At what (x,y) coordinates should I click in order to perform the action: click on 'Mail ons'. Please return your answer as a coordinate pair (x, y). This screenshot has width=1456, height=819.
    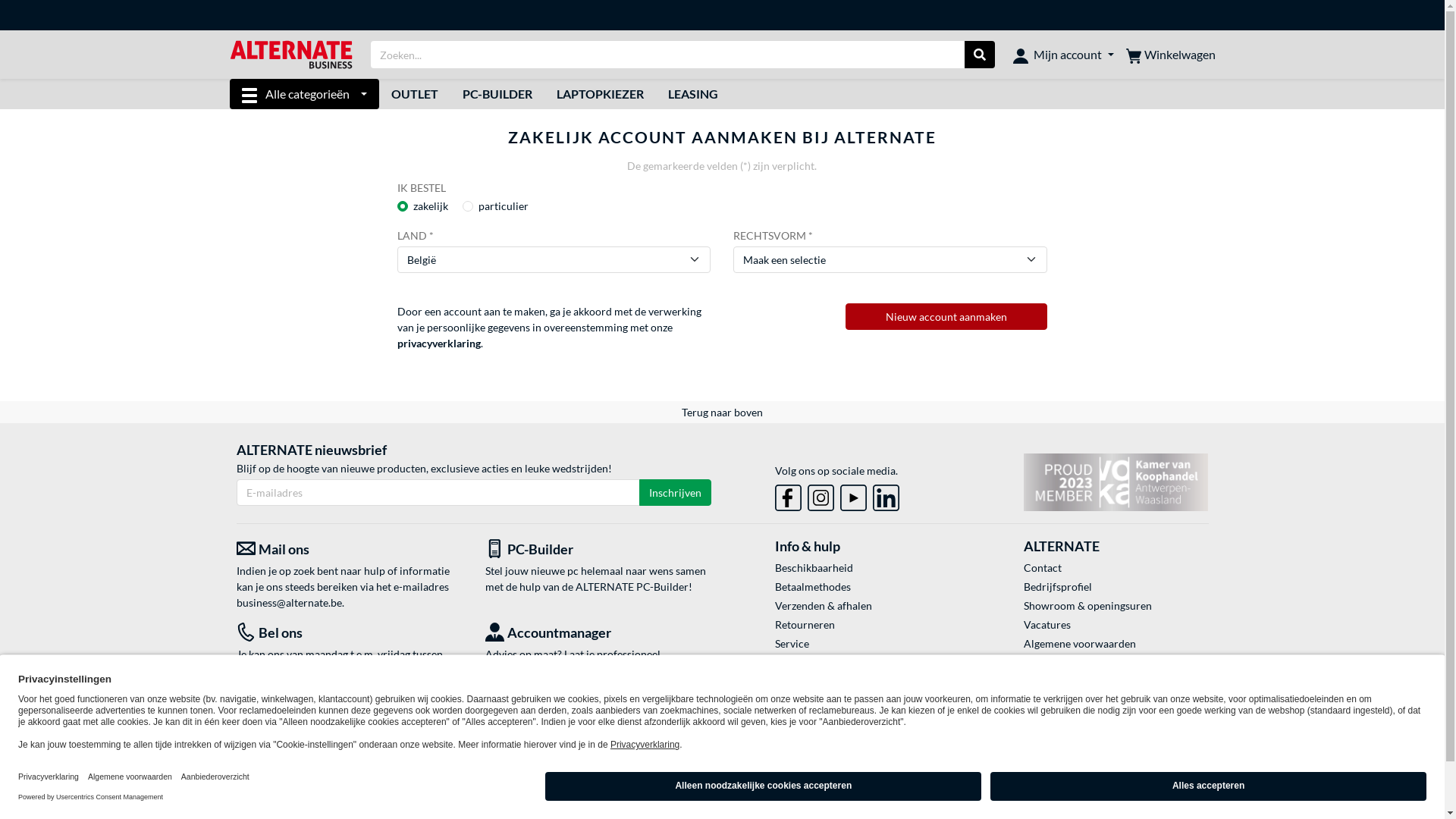
    Looking at the image, I should click on (236, 549).